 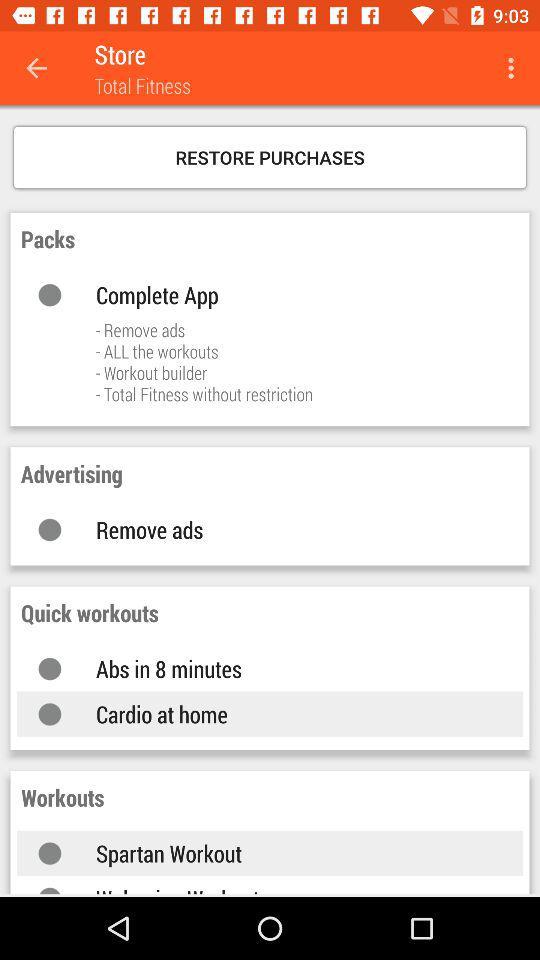 What do you see at coordinates (288, 668) in the screenshot?
I see `the item below the quick workouts item` at bounding box center [288, 668].